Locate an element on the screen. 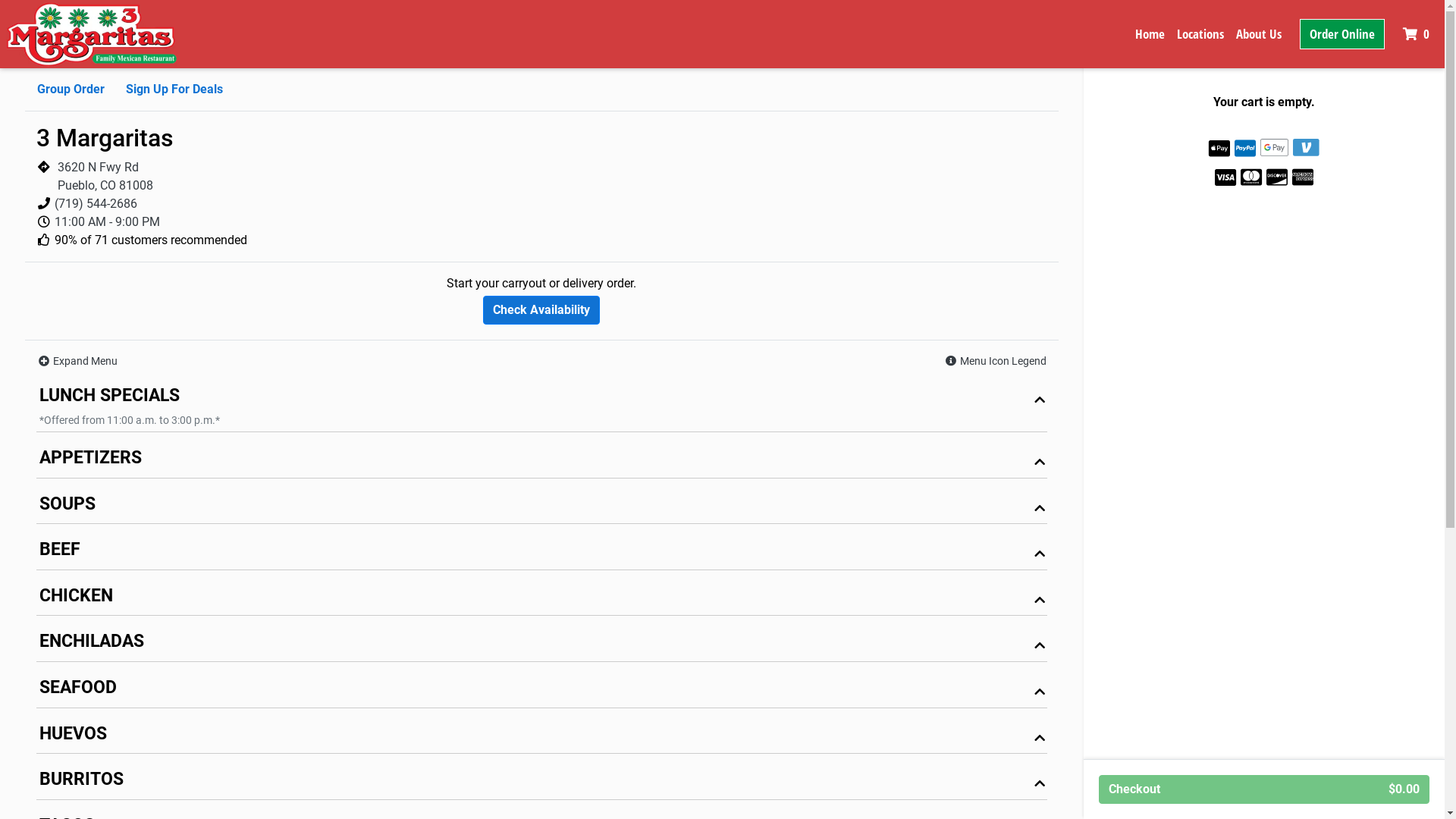 This screenshot has height=819, width=1456. '(719) 544-2686' is located at coordinates (95, 202).